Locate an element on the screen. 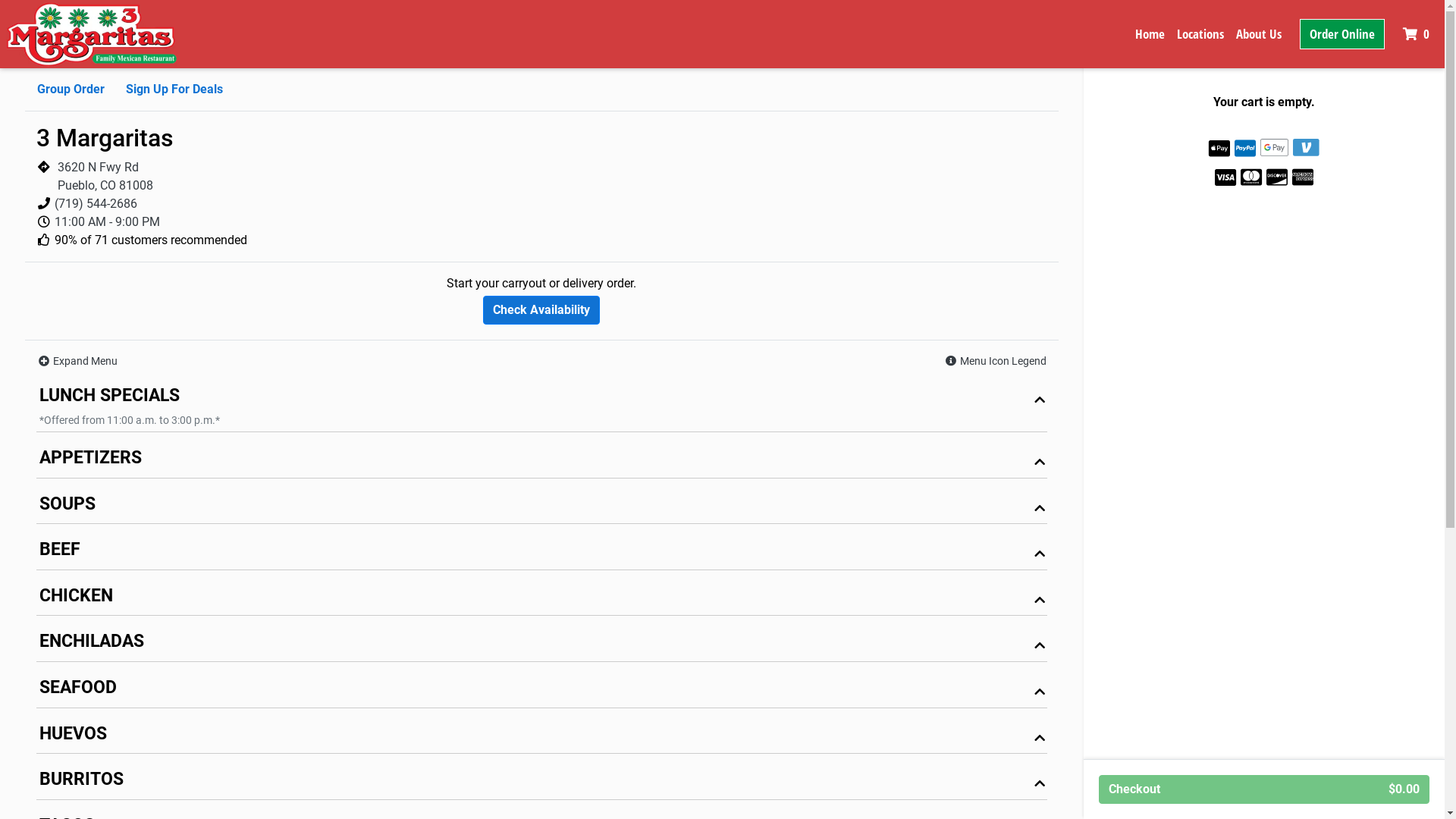 This screenshot has height=819, width=1456. '(719) 544-2686' is located at coordinates (95, 202).